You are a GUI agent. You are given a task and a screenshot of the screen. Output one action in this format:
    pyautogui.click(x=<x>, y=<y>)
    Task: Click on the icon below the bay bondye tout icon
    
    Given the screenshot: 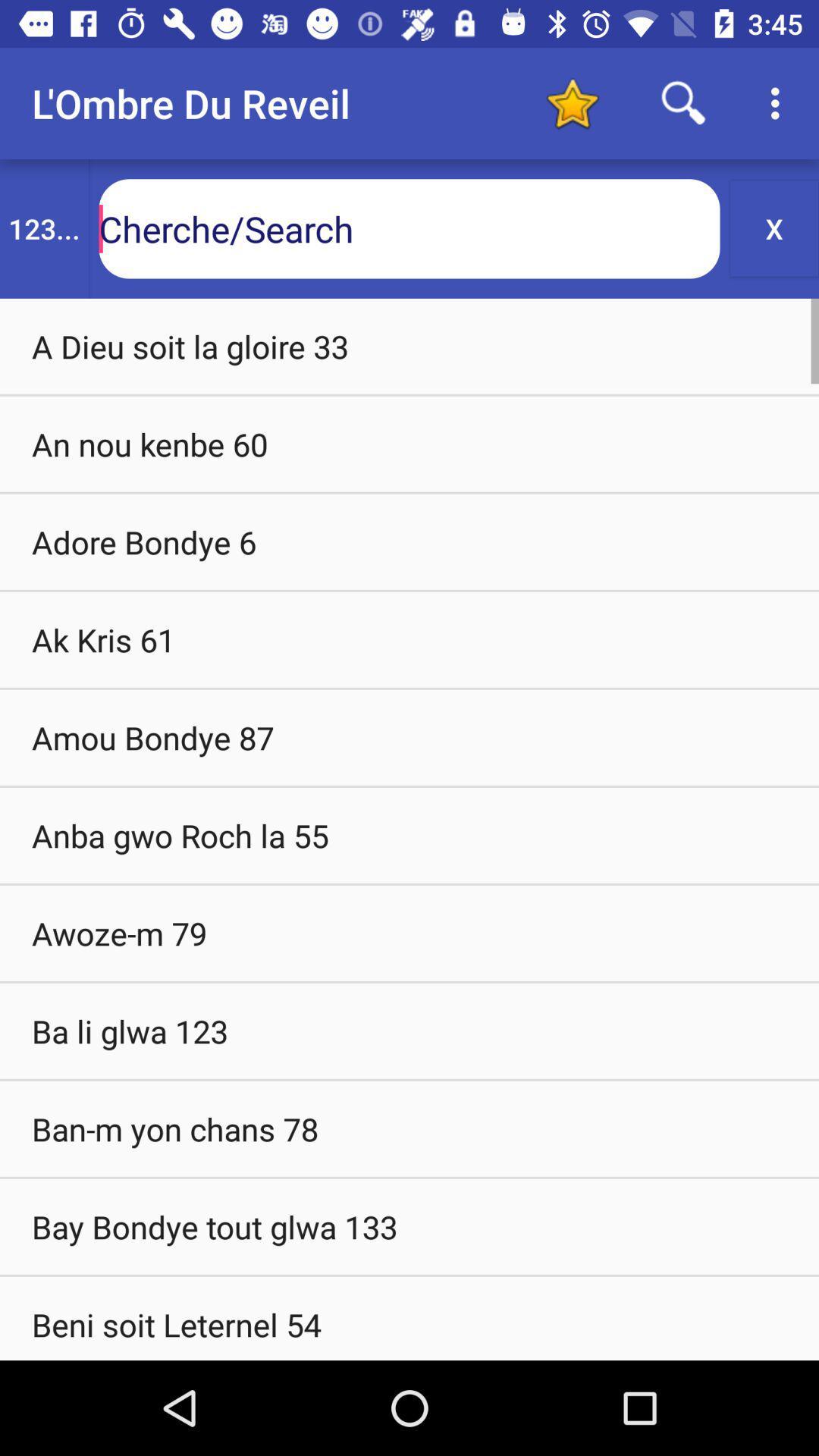 What is the action you would take?
    pyautogui.click(x=409, y=1317)
    